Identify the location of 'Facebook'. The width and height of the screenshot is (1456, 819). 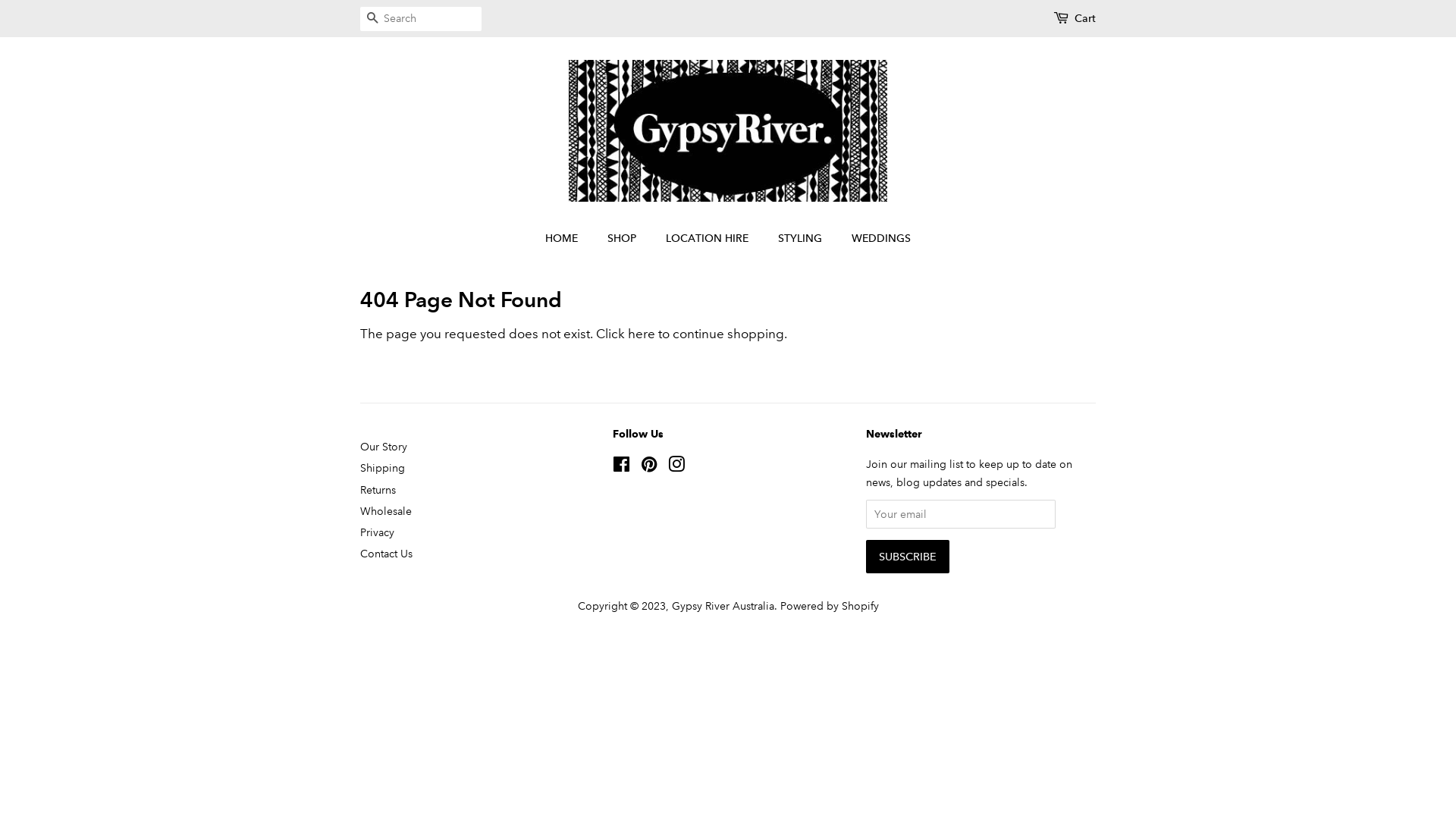
(612, 466).